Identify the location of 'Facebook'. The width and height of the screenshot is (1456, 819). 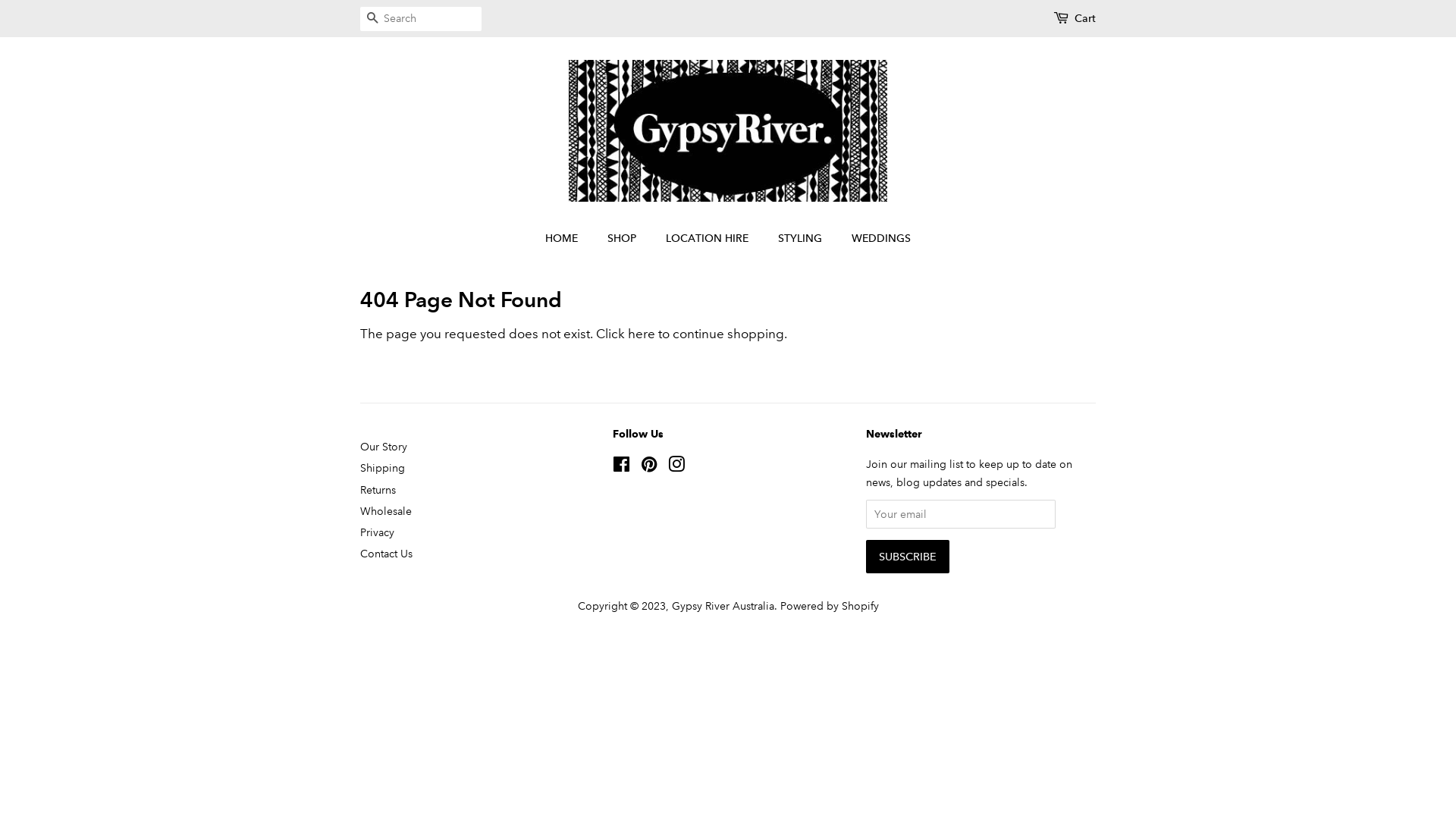
(612, 466).